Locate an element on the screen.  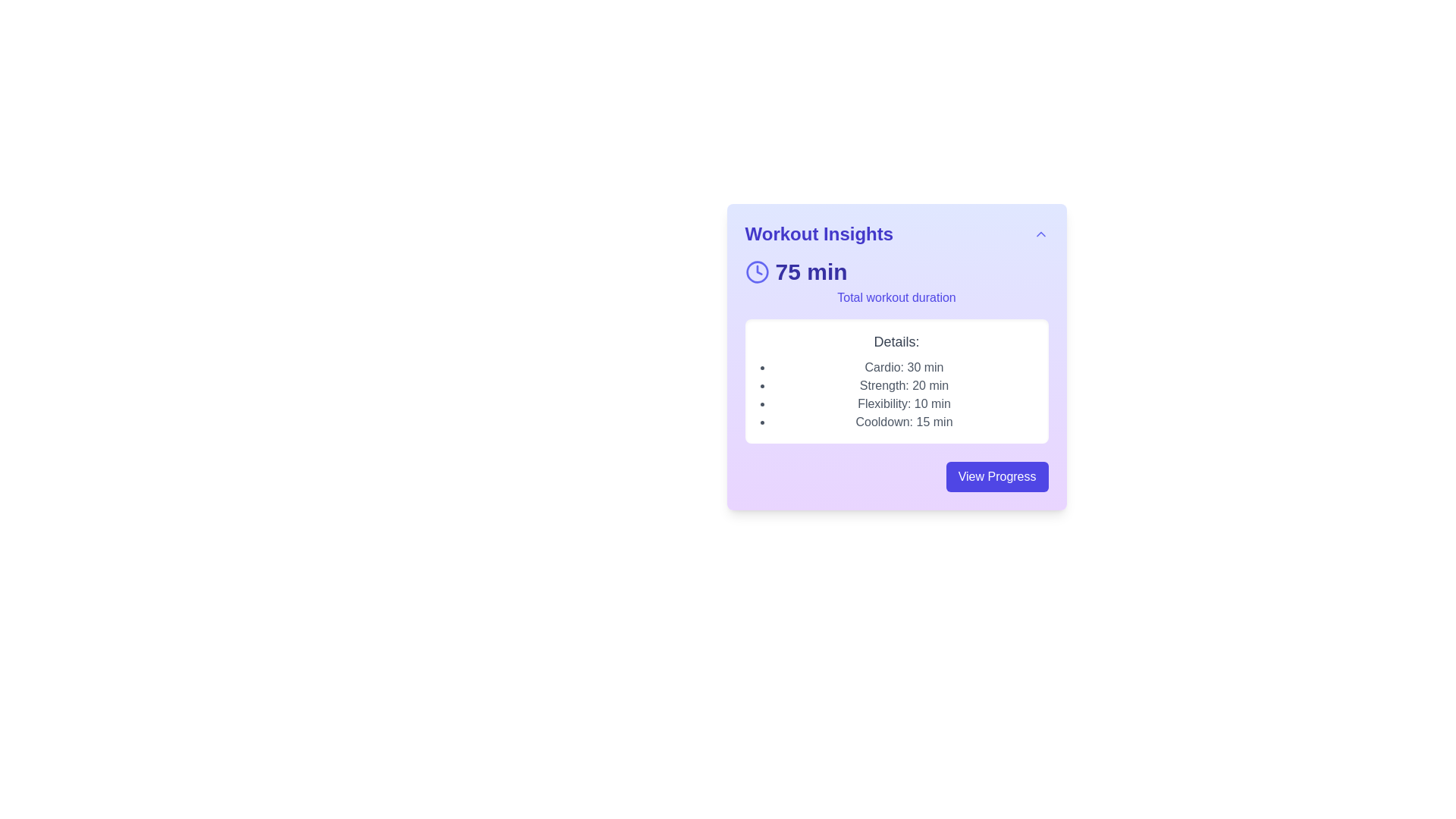
the indigo clock hands icon, which is a stroke icon part of the clock representation located to the left of the '75 min' text in the 'Workout Insights' section is located at coordinates (759, 269).